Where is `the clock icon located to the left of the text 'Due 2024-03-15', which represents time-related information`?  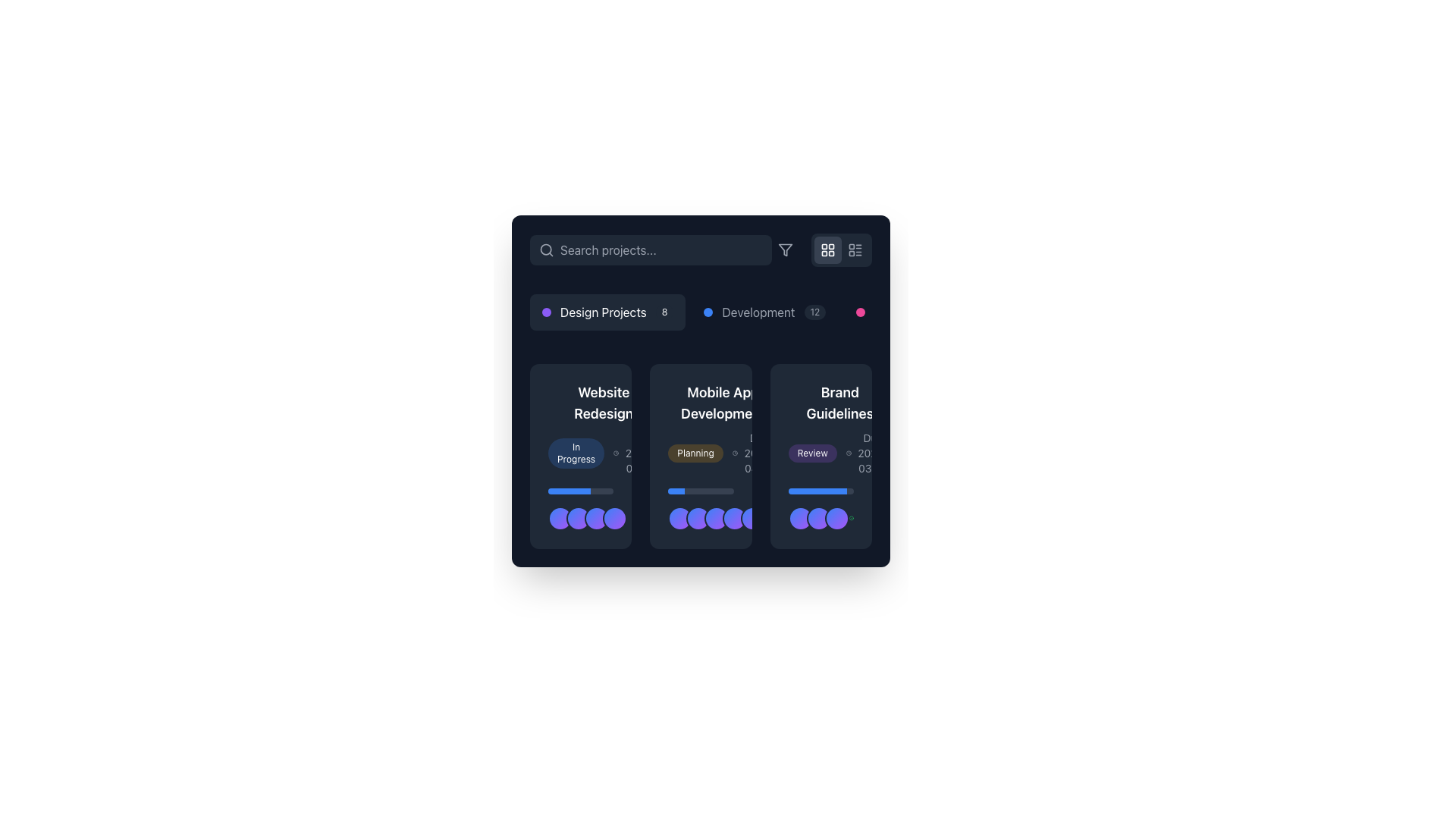 the clock icon located to the left of the text 'Due 2024-03-15', which represents time-related information is located at coordinates (616, 452).